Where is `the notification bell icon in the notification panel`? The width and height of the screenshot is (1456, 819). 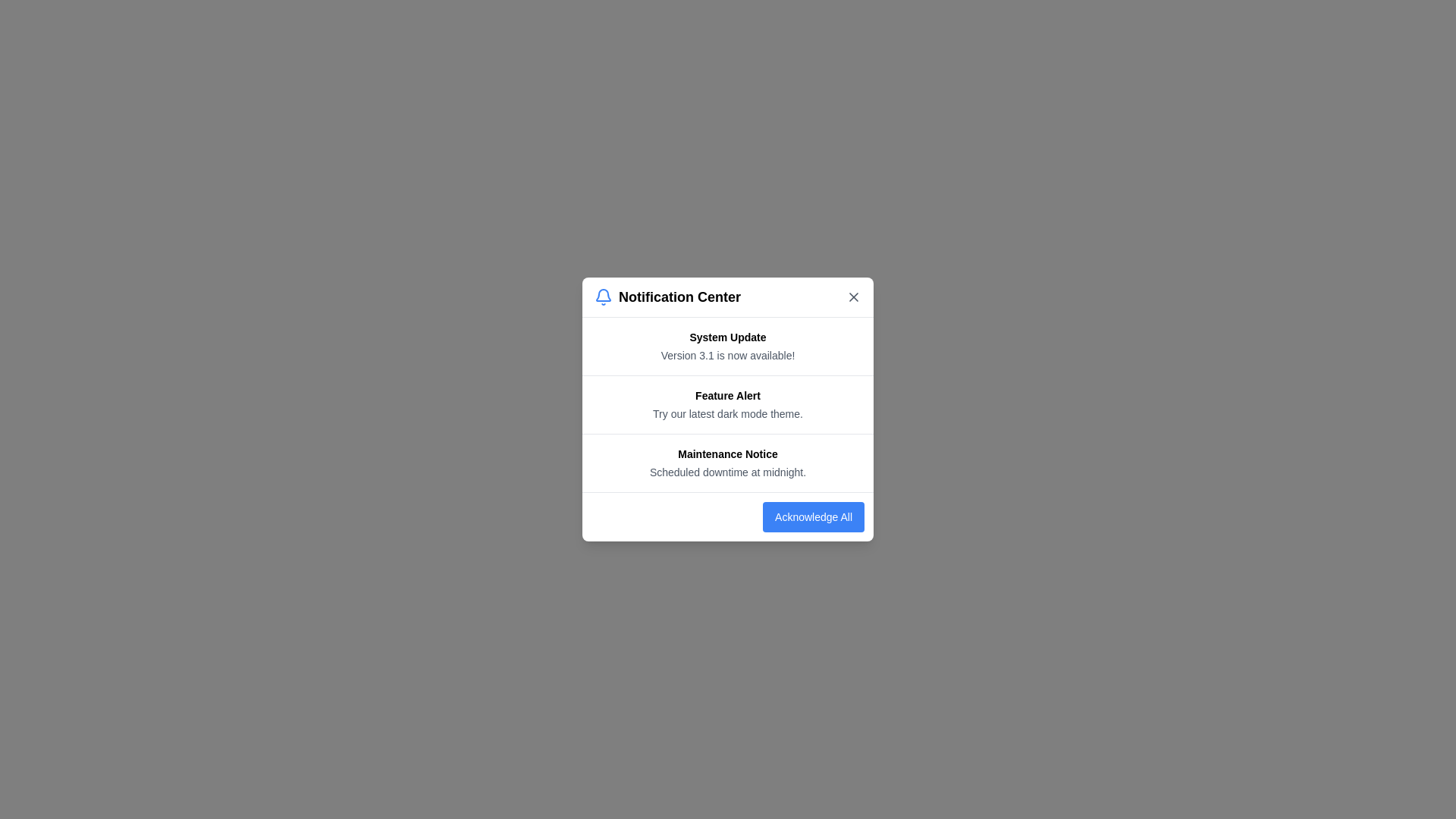
the notification bell icon in the notification panel is located at coordinates (603, 297).